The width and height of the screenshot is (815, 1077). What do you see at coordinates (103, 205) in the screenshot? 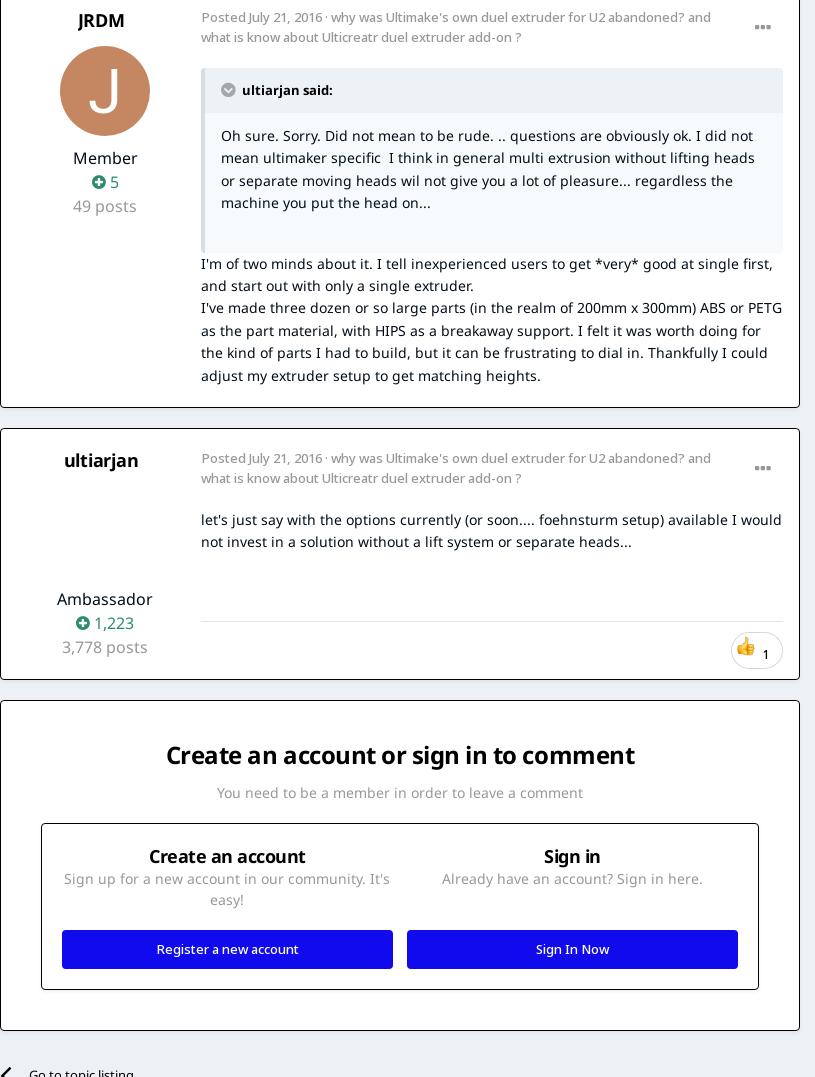
I see `'49 posts'` at bounding box center [103, 205].